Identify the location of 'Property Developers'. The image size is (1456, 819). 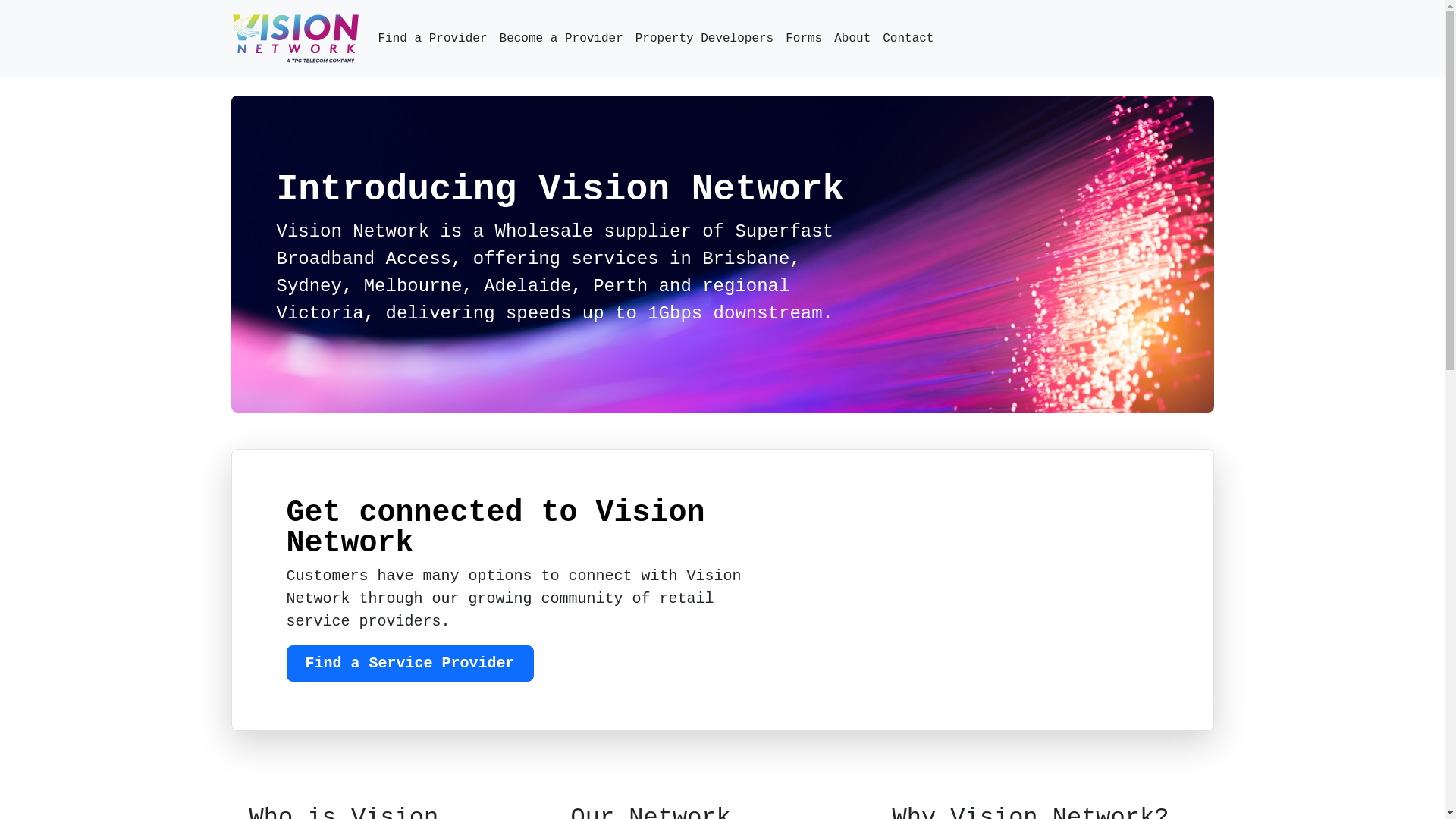
(704, 37).